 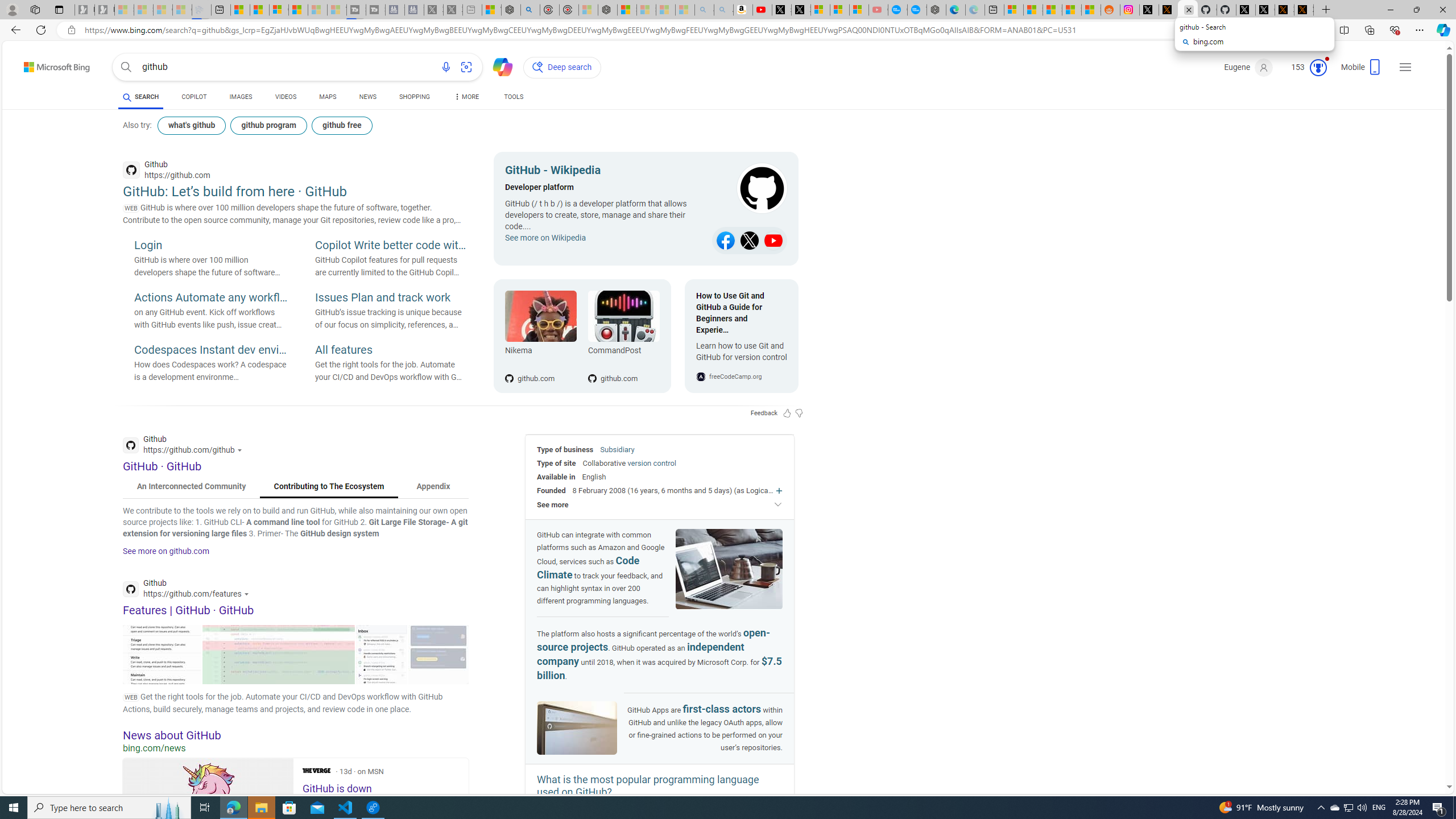 What do you see at coordinates (71, 30) in the screenshot?
I see `'View site information'` at bounding box center [71, 30].